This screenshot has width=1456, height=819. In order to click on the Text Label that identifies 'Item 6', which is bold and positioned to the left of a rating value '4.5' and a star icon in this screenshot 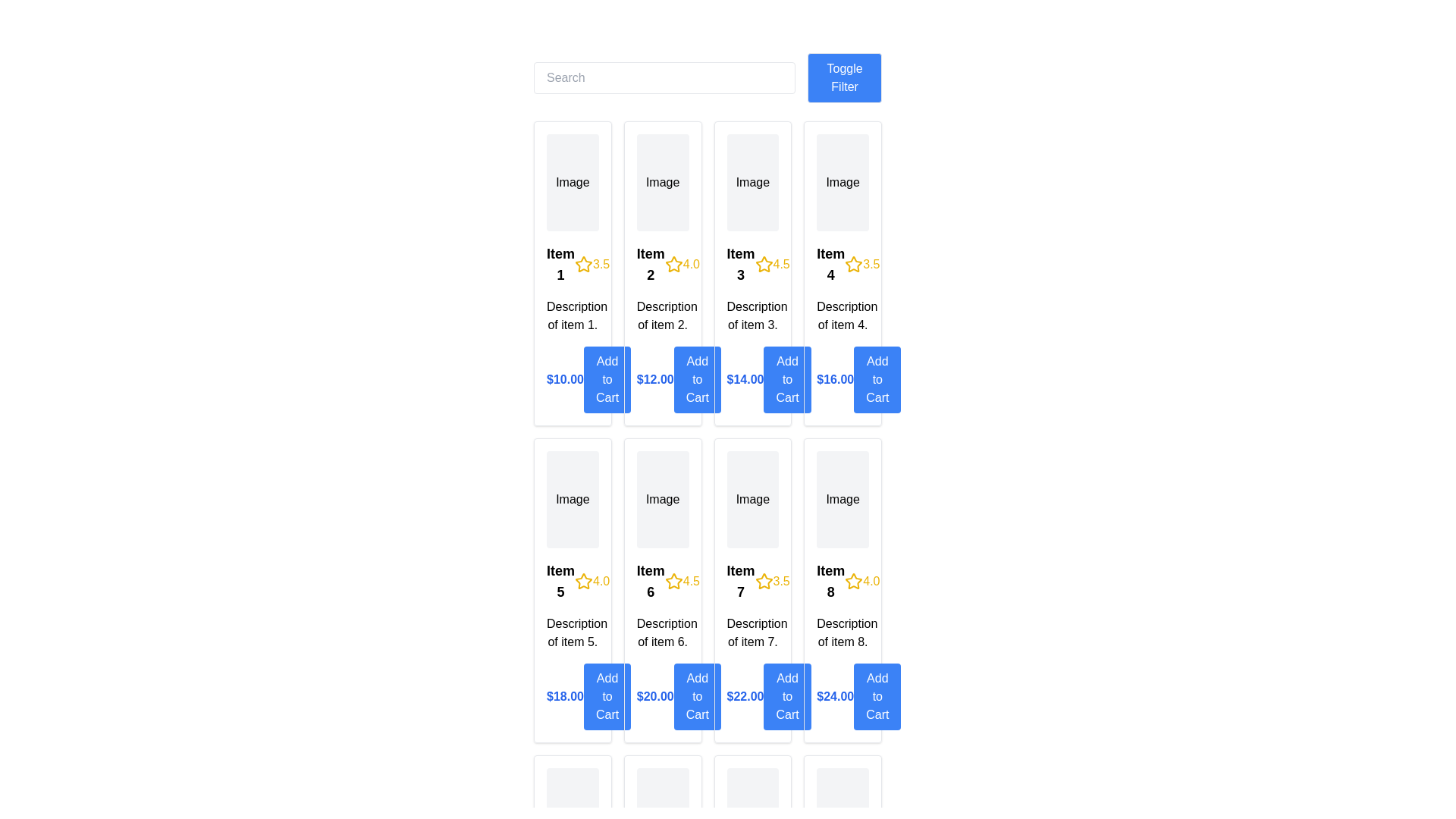, I will do `click(651, 581)`.